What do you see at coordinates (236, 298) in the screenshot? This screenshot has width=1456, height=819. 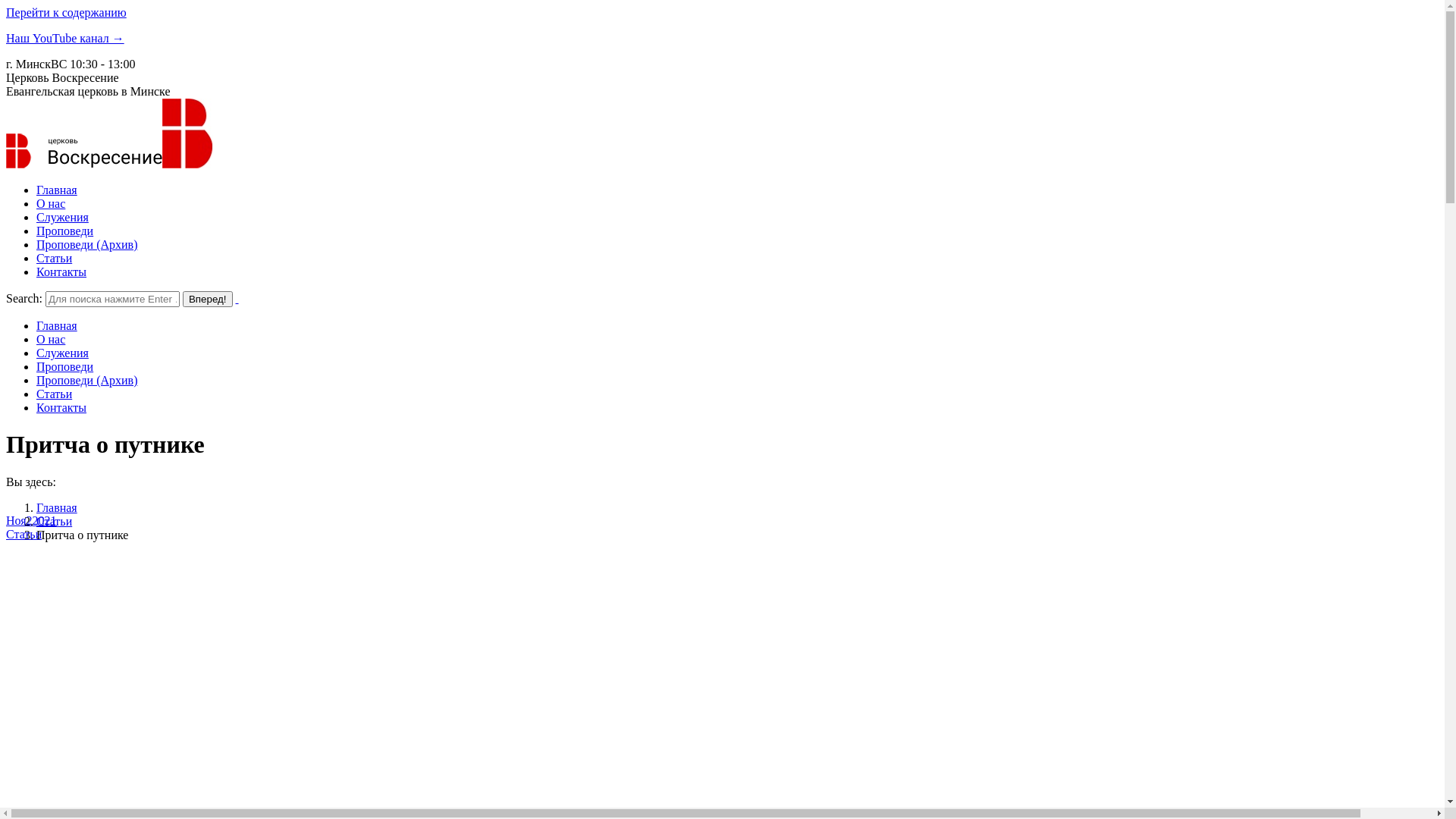 I see `' '` at bounding box center [236, 298].